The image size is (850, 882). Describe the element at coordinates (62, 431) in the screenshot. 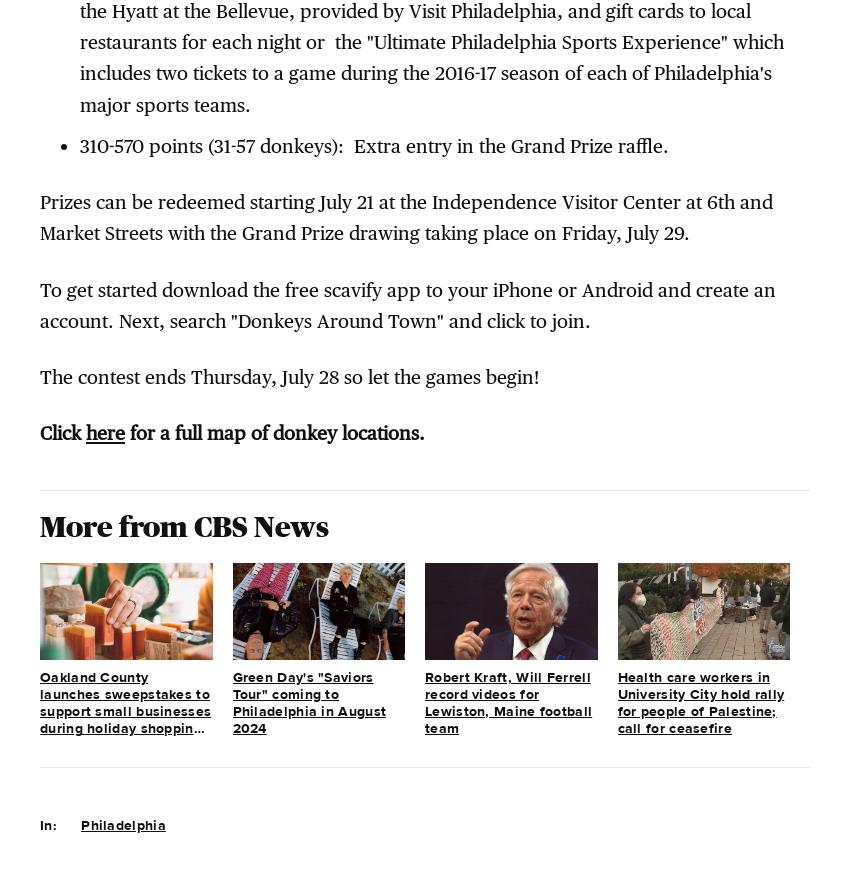

I see `'Click'` at that location.